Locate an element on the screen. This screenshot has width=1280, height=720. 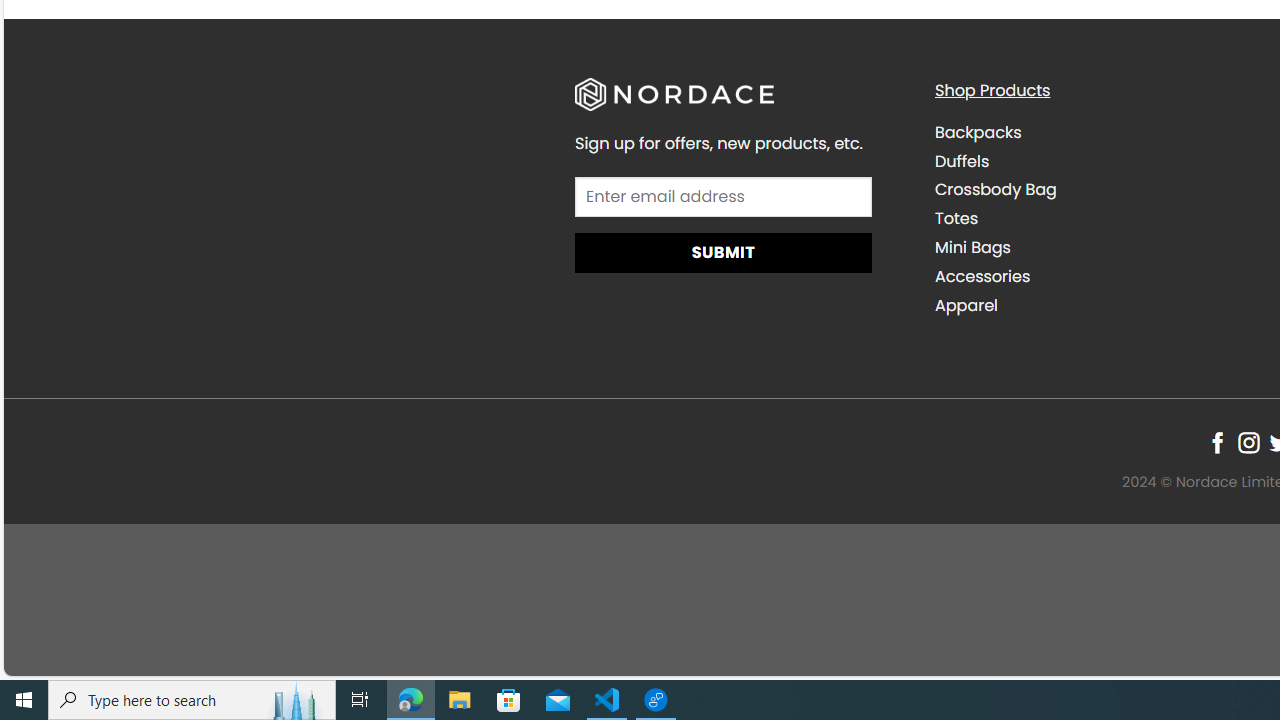
'Accessories' is located at coordinates (982, 276).